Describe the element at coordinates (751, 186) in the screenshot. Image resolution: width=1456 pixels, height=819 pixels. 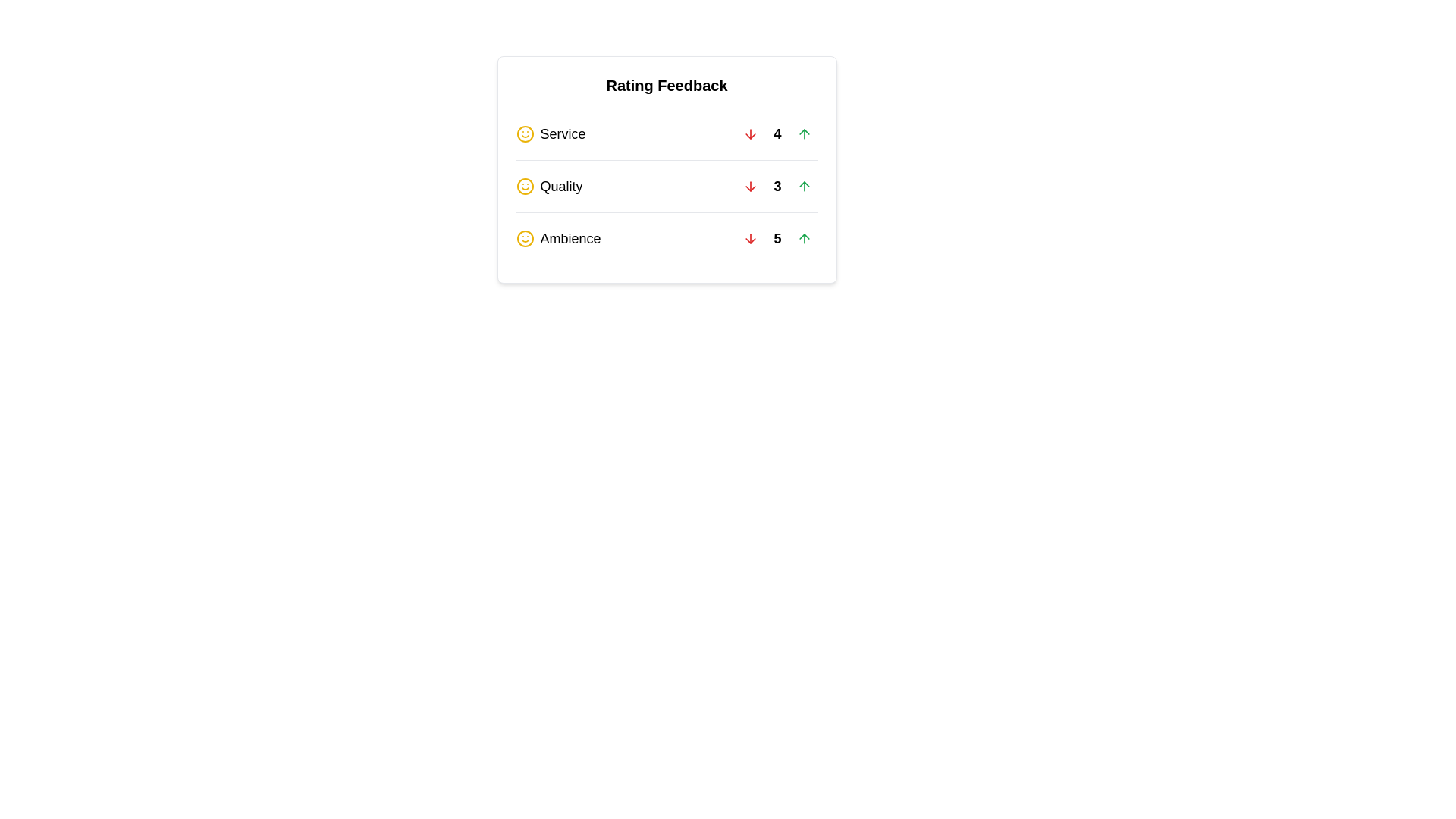
I see `the downward arrow icon button located to the right of the row labeled 'Quality', positioned between the rating number '3' and the green upward arrow icon, to decrease the rating` at that location.